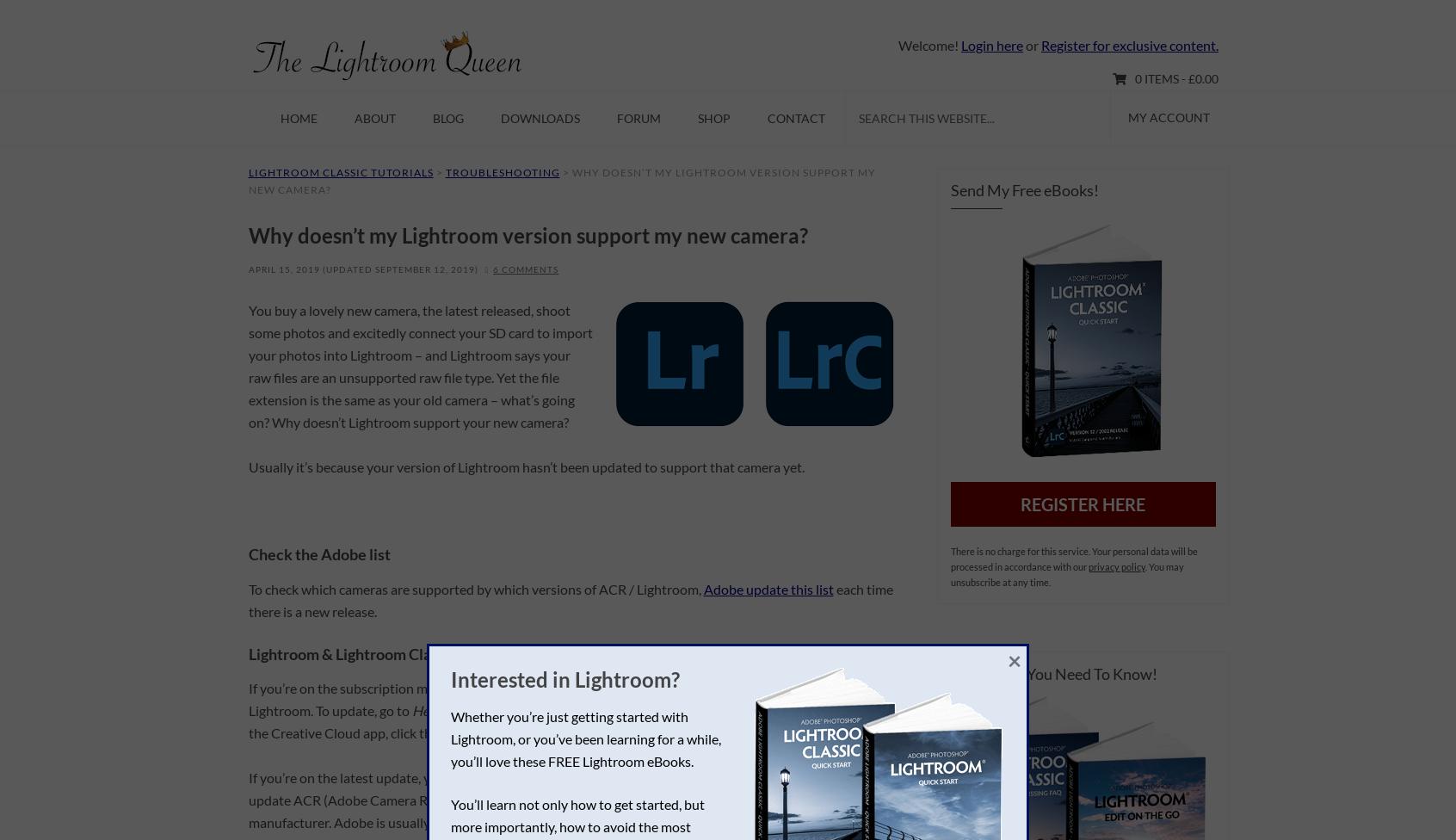  I want to click on 'Login here', so click(990, 45).